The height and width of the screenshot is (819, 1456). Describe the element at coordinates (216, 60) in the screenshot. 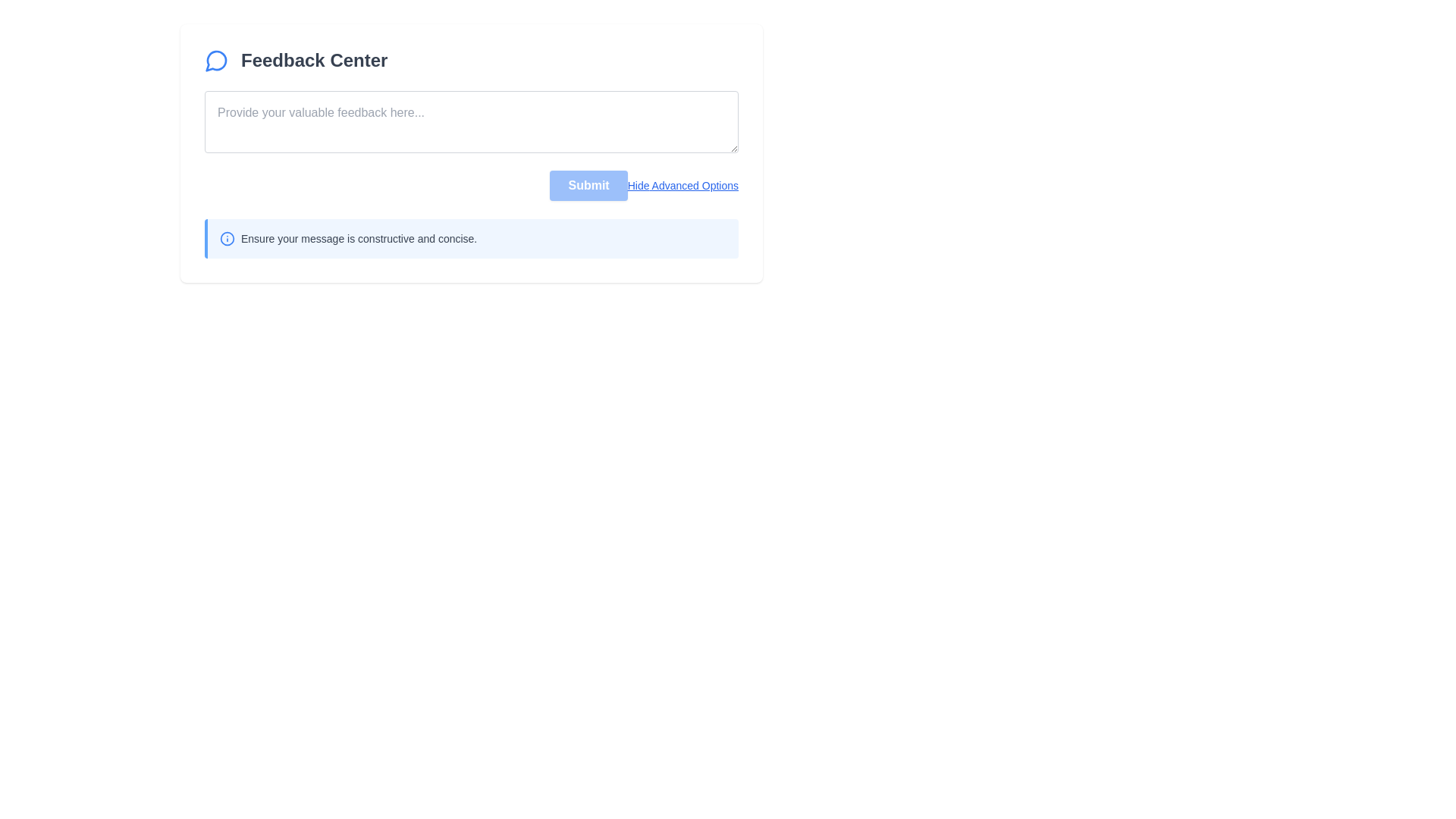

I see `on the feedback icon located` at that location.